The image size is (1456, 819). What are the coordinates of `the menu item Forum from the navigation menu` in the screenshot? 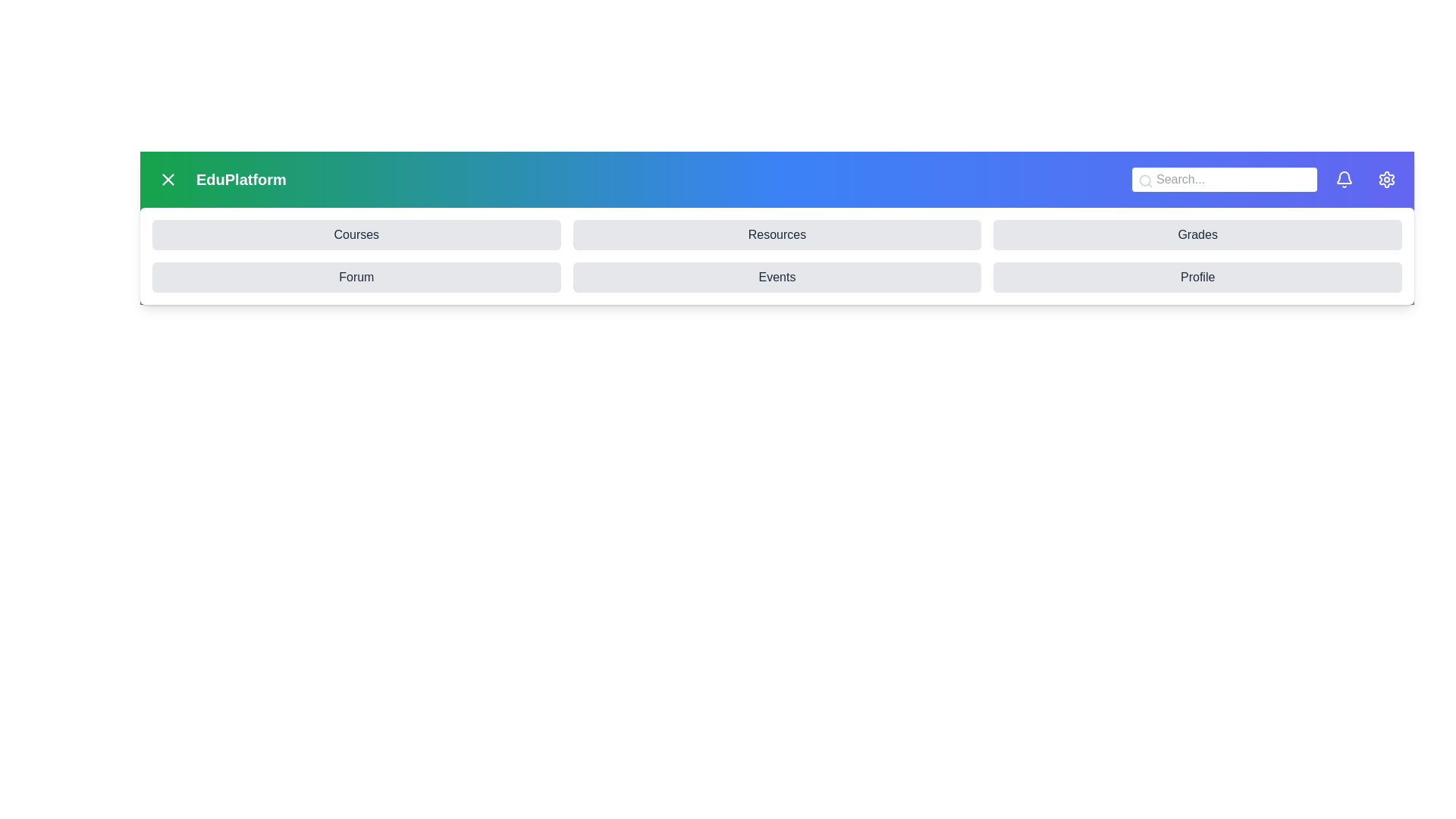 It's located at (356, 278).